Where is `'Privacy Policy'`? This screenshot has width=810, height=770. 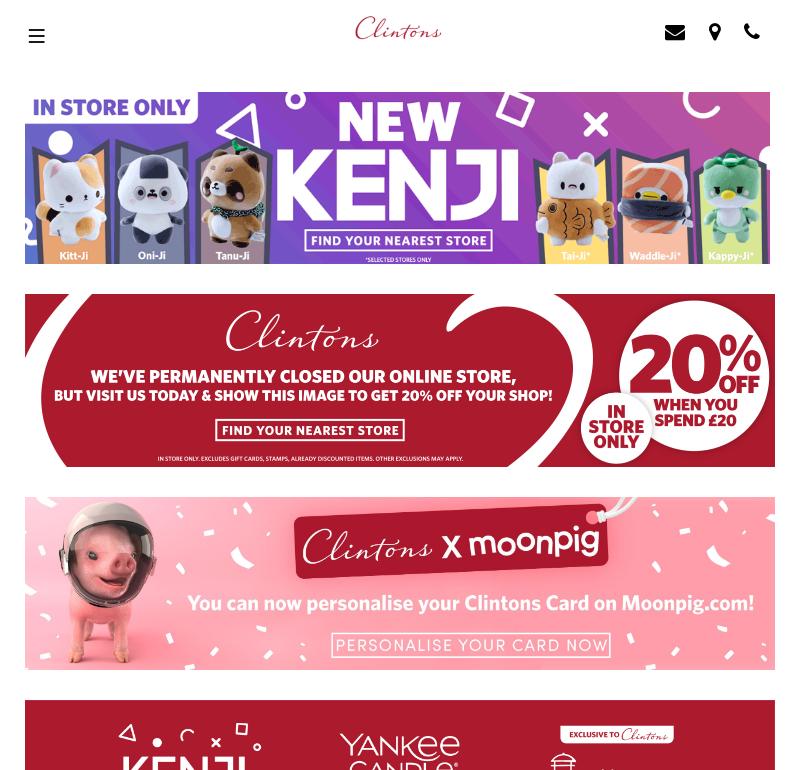
'Privacy Policy' is located at coordinates (72, 623).